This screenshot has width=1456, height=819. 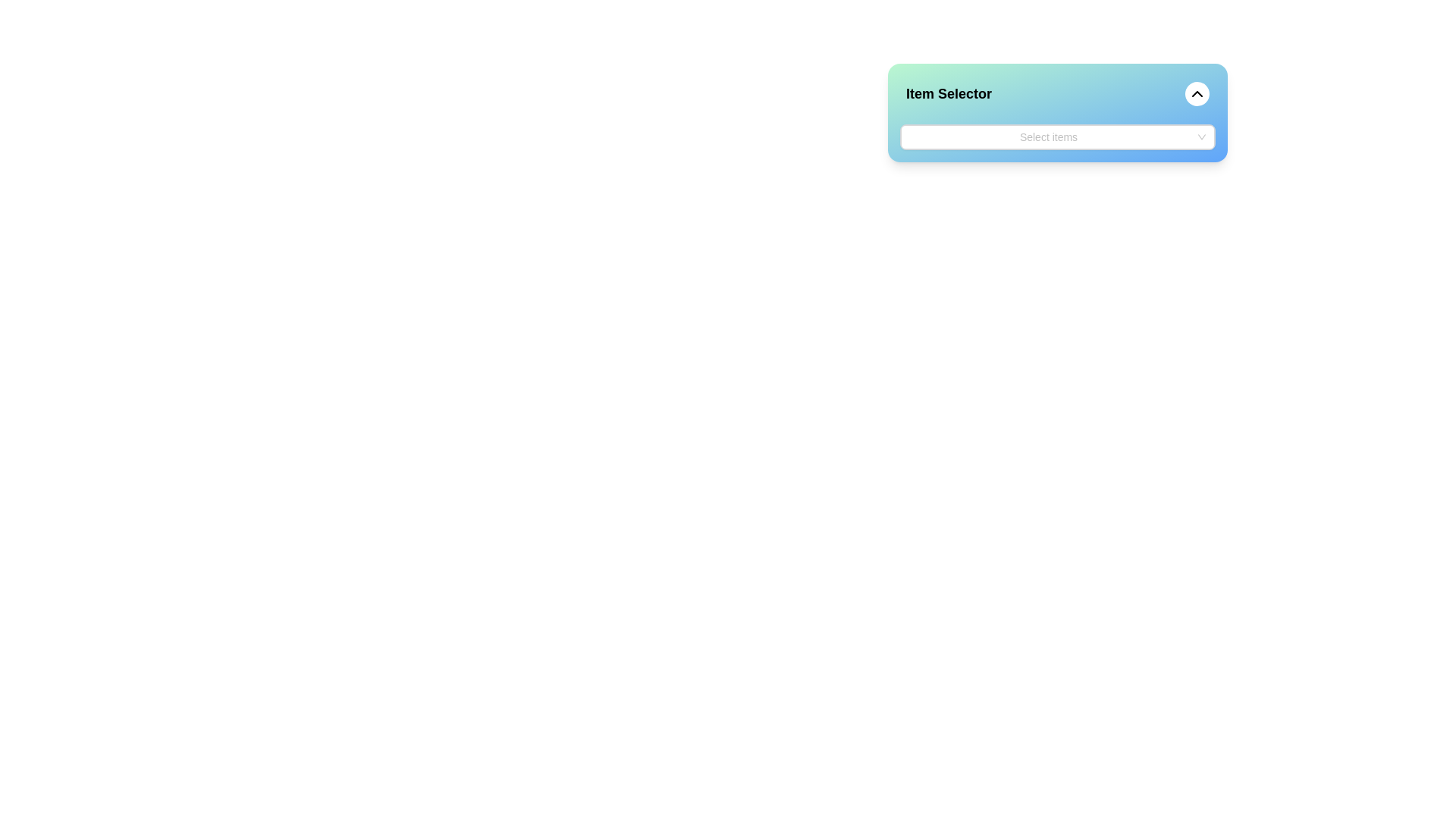 What do you see at coordinates (1197, 93) in the screenshot?
I see `the upward-facing chevron arrow icon, which is styled as an SVG component with a thin black outline, located in the top-right corner of the interface inside a rounded white button` at bounding box center [1197, 93].